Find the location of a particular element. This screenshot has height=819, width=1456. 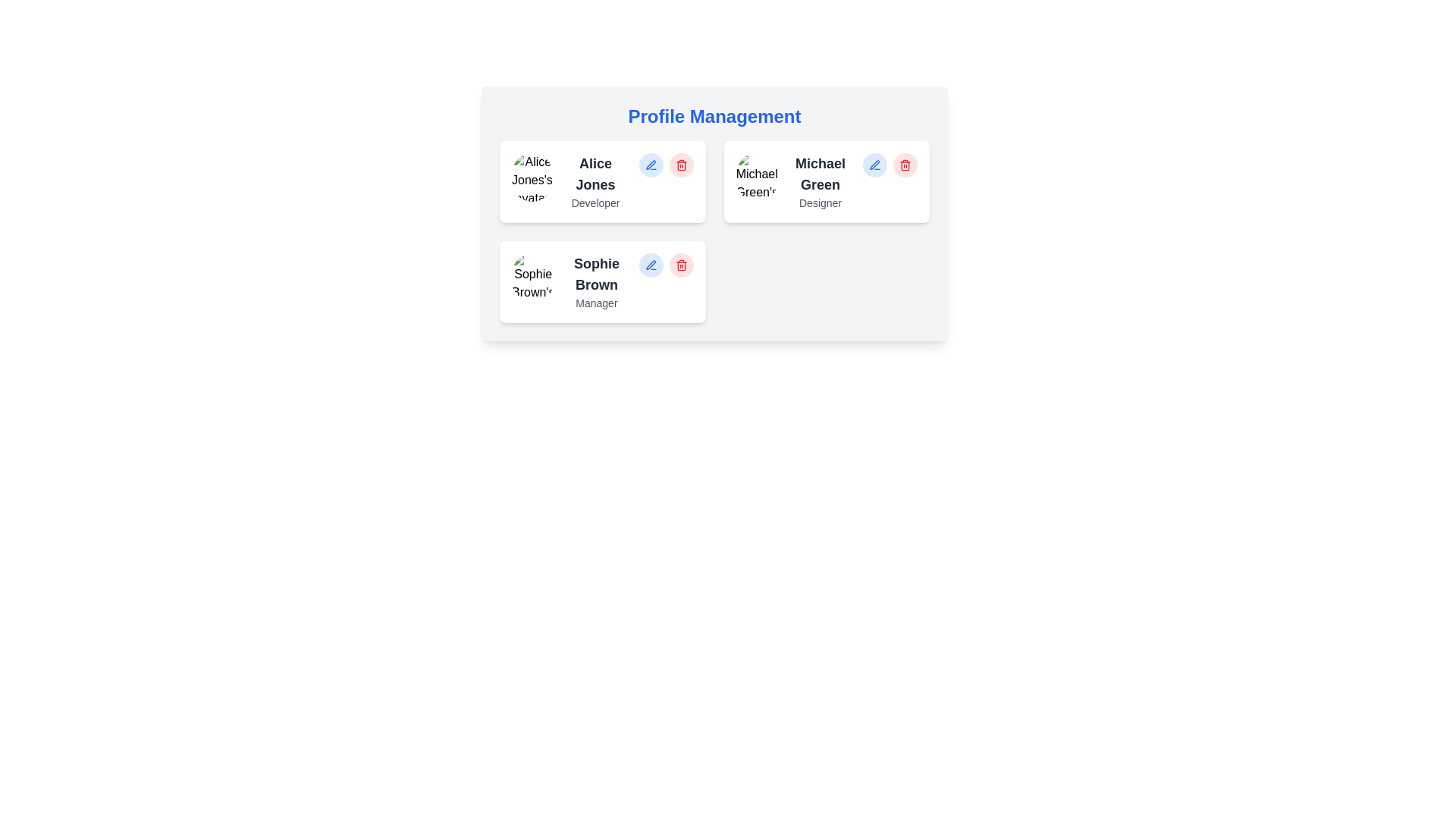

the text label displaying the name 'Michael Green', which identifies the user in the top right card of the profile grid is located at coordinates (820, 174).